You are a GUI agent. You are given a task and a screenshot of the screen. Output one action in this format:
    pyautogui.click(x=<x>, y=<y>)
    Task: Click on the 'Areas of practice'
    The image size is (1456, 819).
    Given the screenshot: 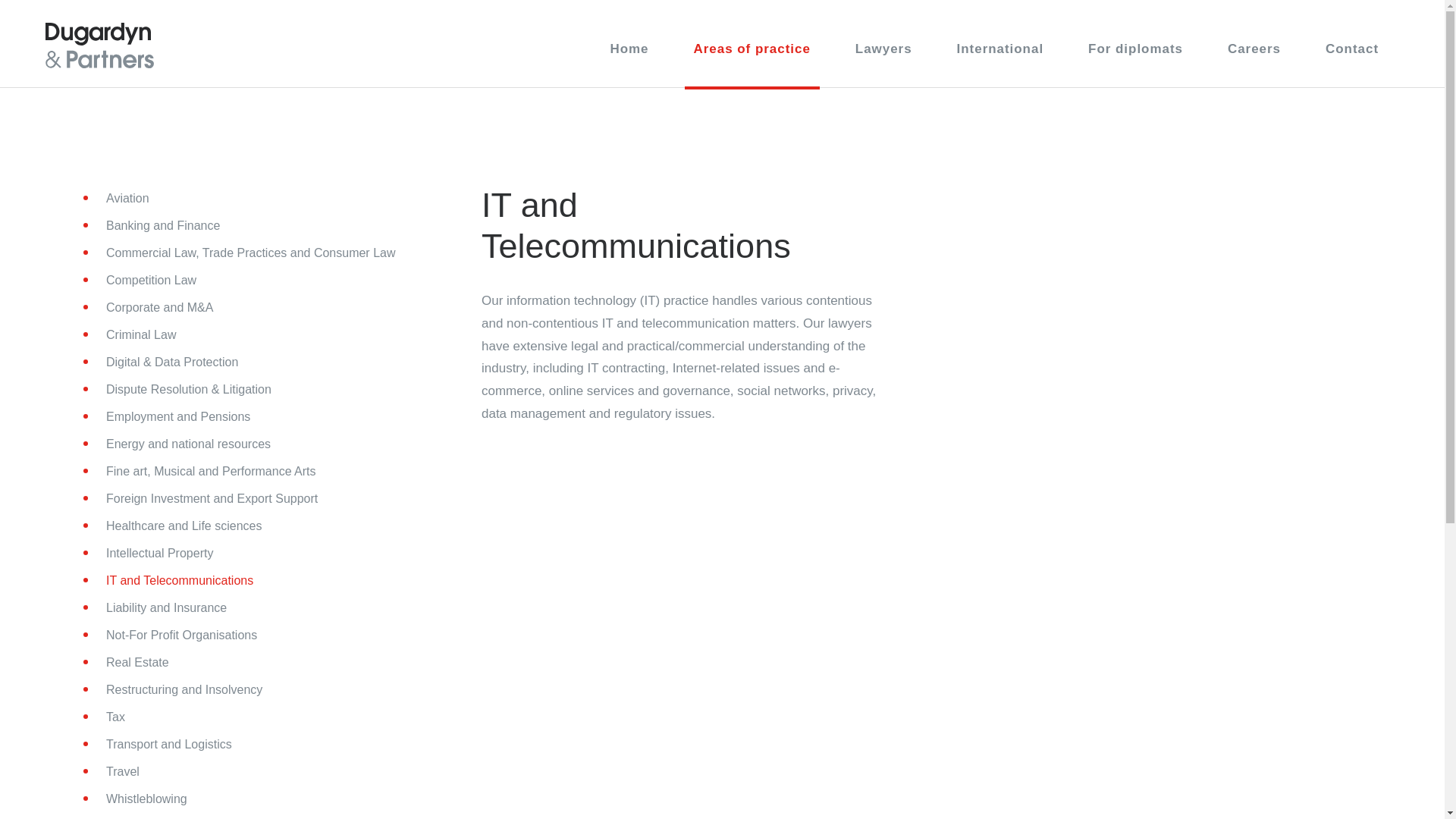 What is the action you would take?
    pyautogui.click(x=752, y=55)
    